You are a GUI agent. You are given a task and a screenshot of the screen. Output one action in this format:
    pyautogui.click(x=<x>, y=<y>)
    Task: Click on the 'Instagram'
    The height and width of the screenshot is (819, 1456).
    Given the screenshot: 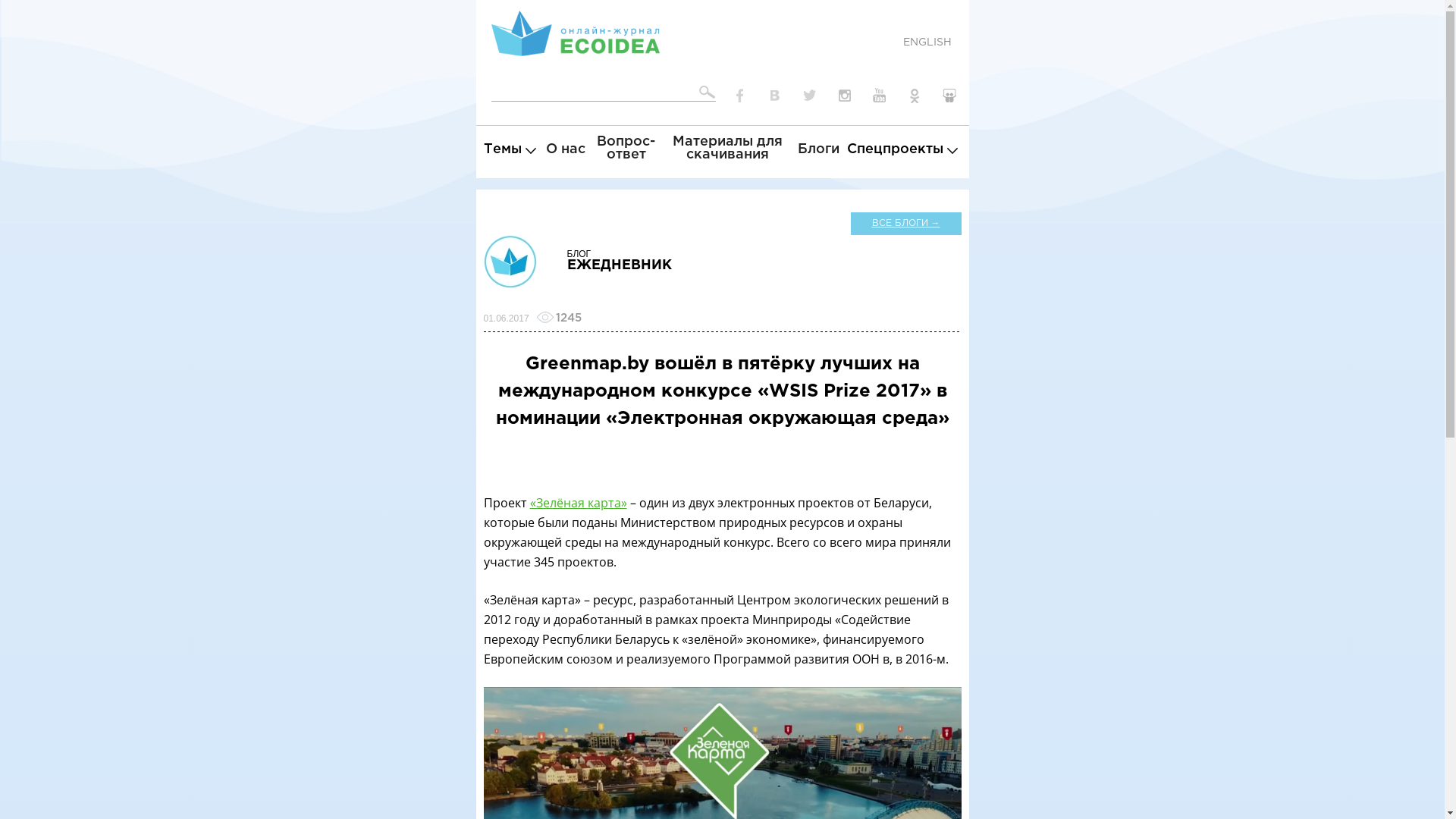 What is the action you would take?
    pyautogui.click(x=843, y=96)
    